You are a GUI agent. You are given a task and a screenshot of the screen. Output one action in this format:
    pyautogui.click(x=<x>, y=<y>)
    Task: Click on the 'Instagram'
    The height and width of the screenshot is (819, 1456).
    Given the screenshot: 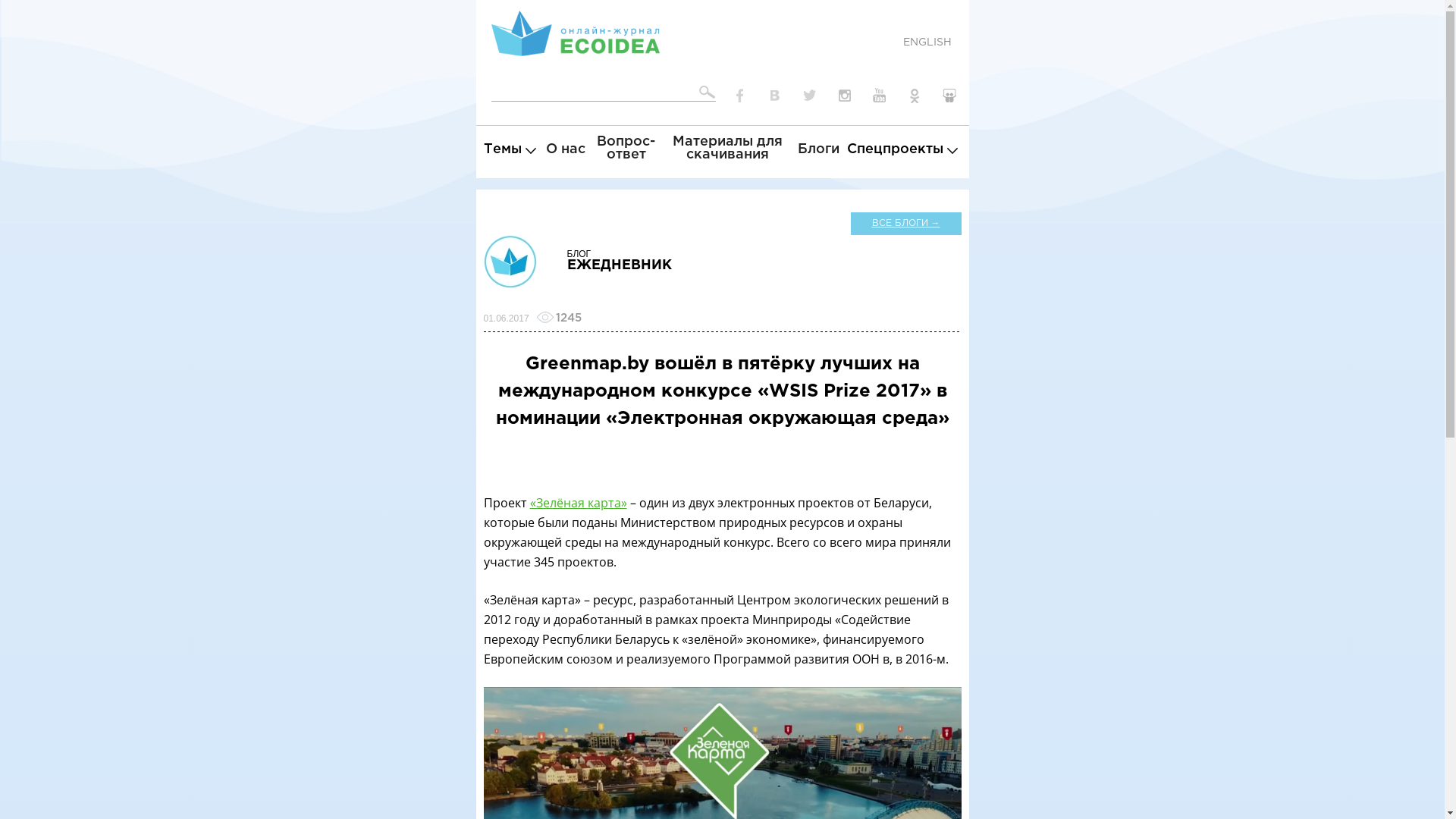 What is the action you would take?
    pyautogui.click(x=843, y=96)
    